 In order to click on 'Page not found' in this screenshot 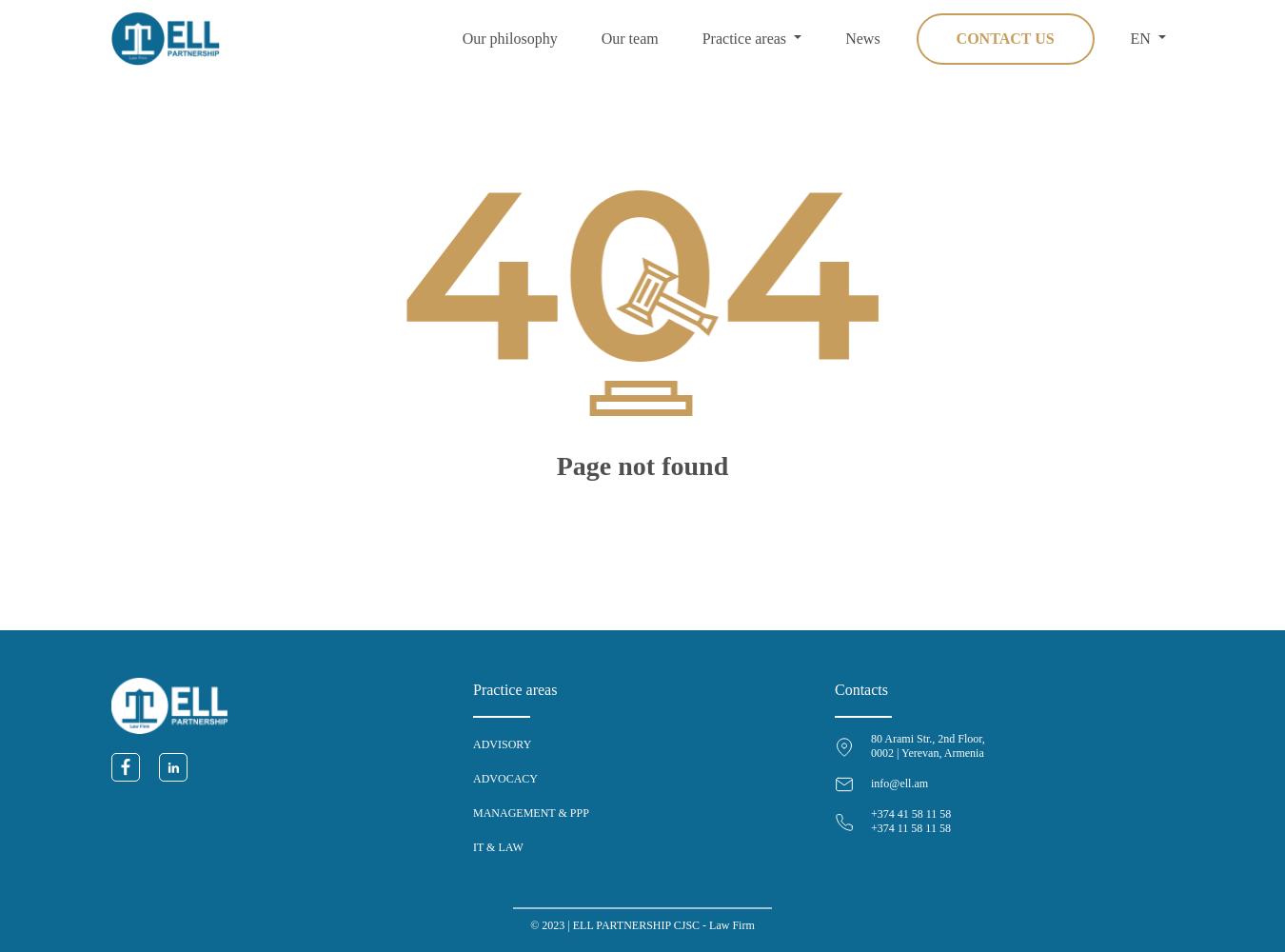, I will do `click(642, 464)`.